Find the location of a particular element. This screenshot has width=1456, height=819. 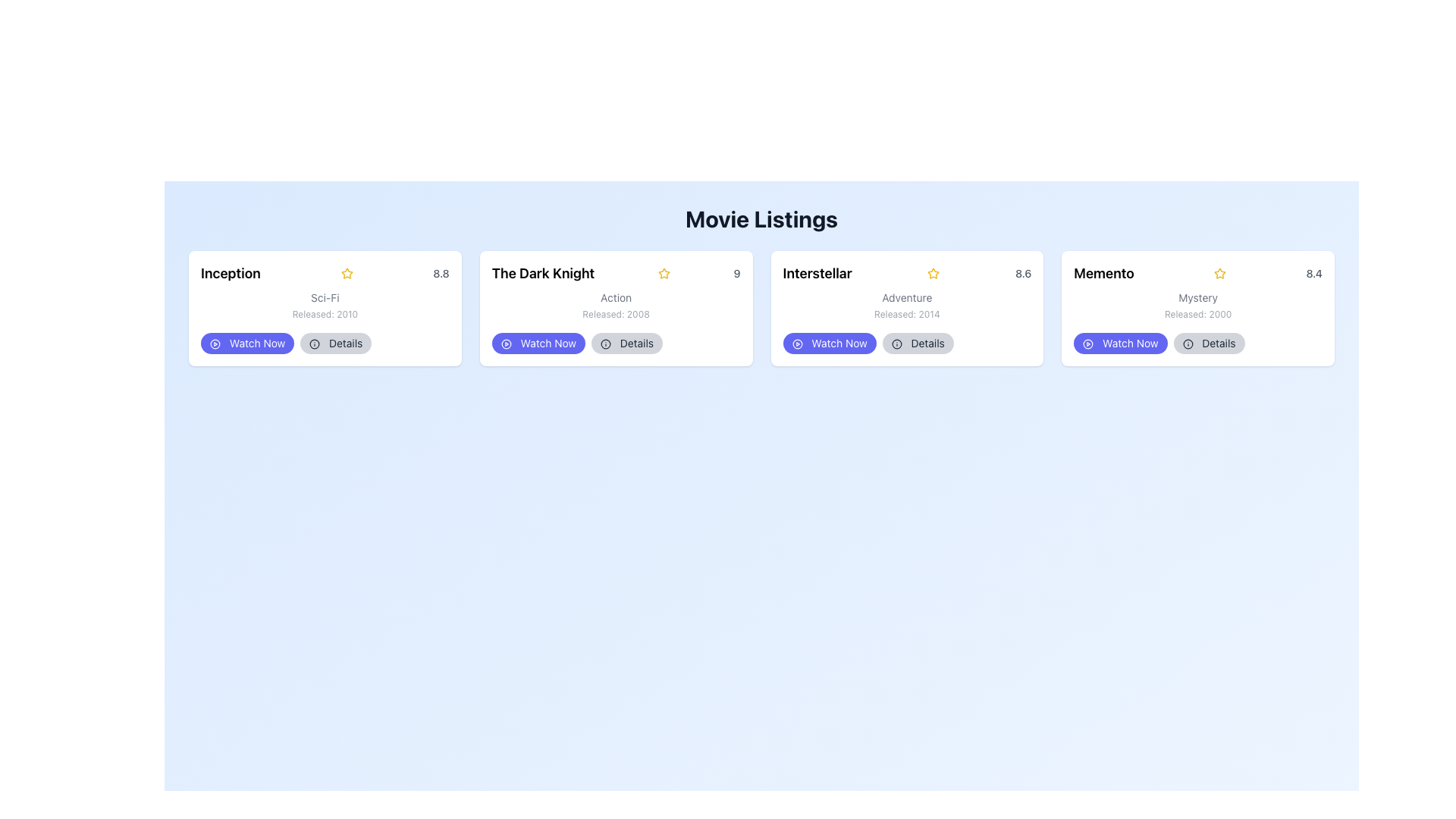

the 'Sci-Fi' text label located in the first movie card (Inception), which is styled with a smaller font size and gray color, positioned directly below the rating '8.8' is located at coordinates (324, 298).